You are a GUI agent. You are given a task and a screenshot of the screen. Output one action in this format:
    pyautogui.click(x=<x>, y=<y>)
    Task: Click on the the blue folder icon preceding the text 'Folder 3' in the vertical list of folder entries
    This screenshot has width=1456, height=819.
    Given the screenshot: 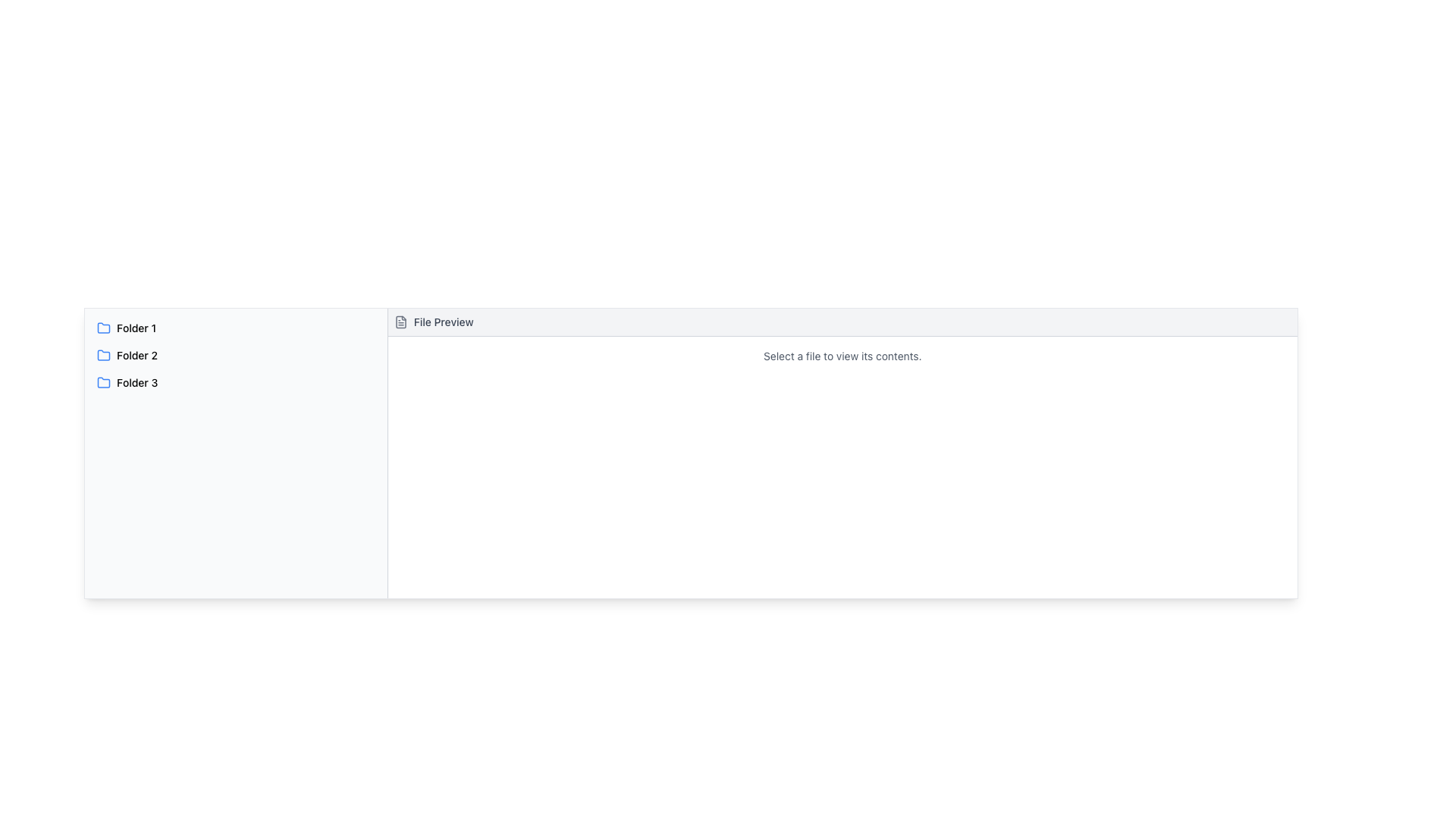 What is the action you would take?
    pyautogui.click(x=103, y=382)
    